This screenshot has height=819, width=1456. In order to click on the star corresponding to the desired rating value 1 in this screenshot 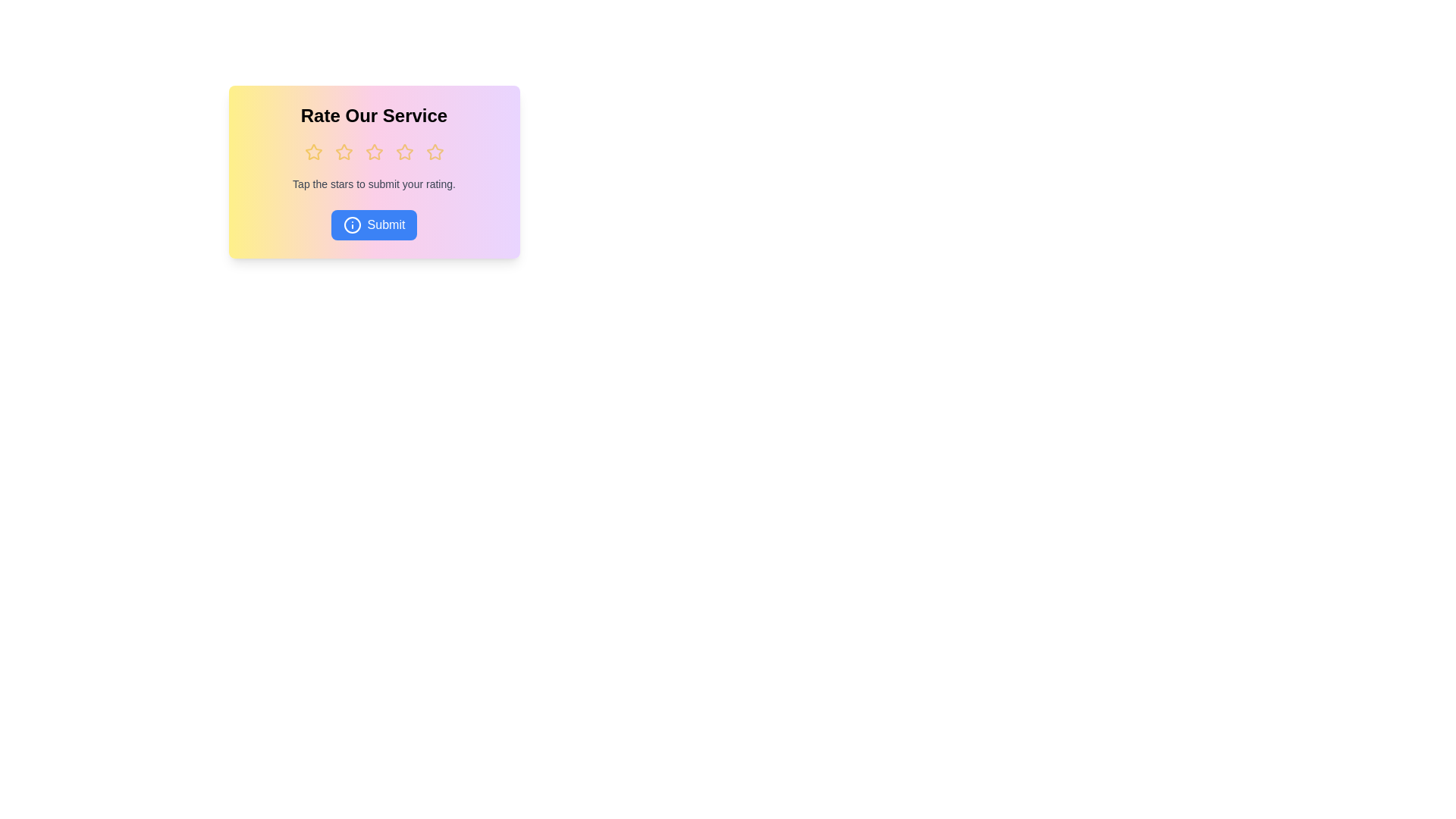, I will do `click(312, 152)`.